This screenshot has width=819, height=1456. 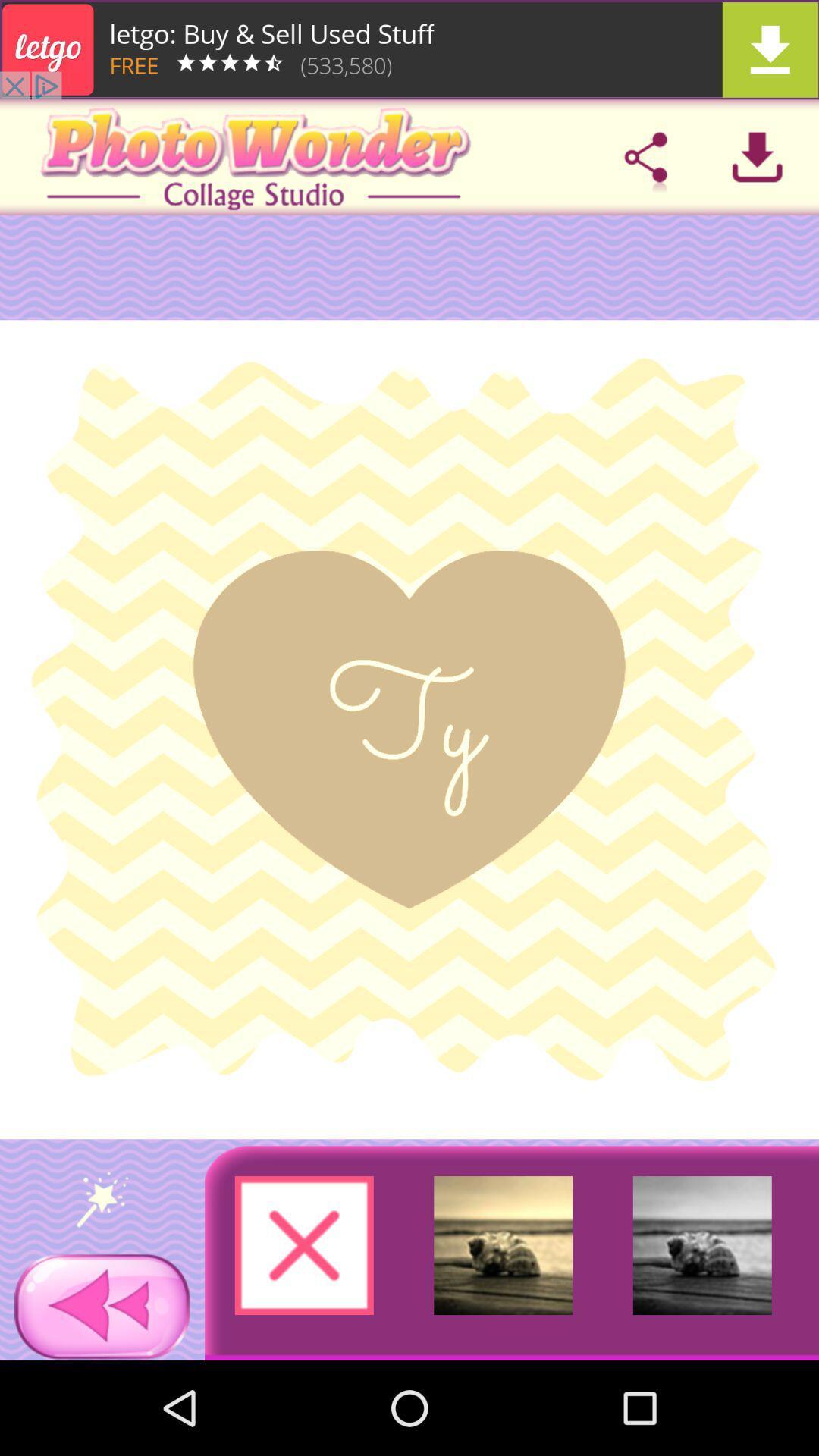 What do you see at coordinates (304, 1245) in the screenshot?
I see `the first image from left at bottom` at bounding box center [304, 1245].